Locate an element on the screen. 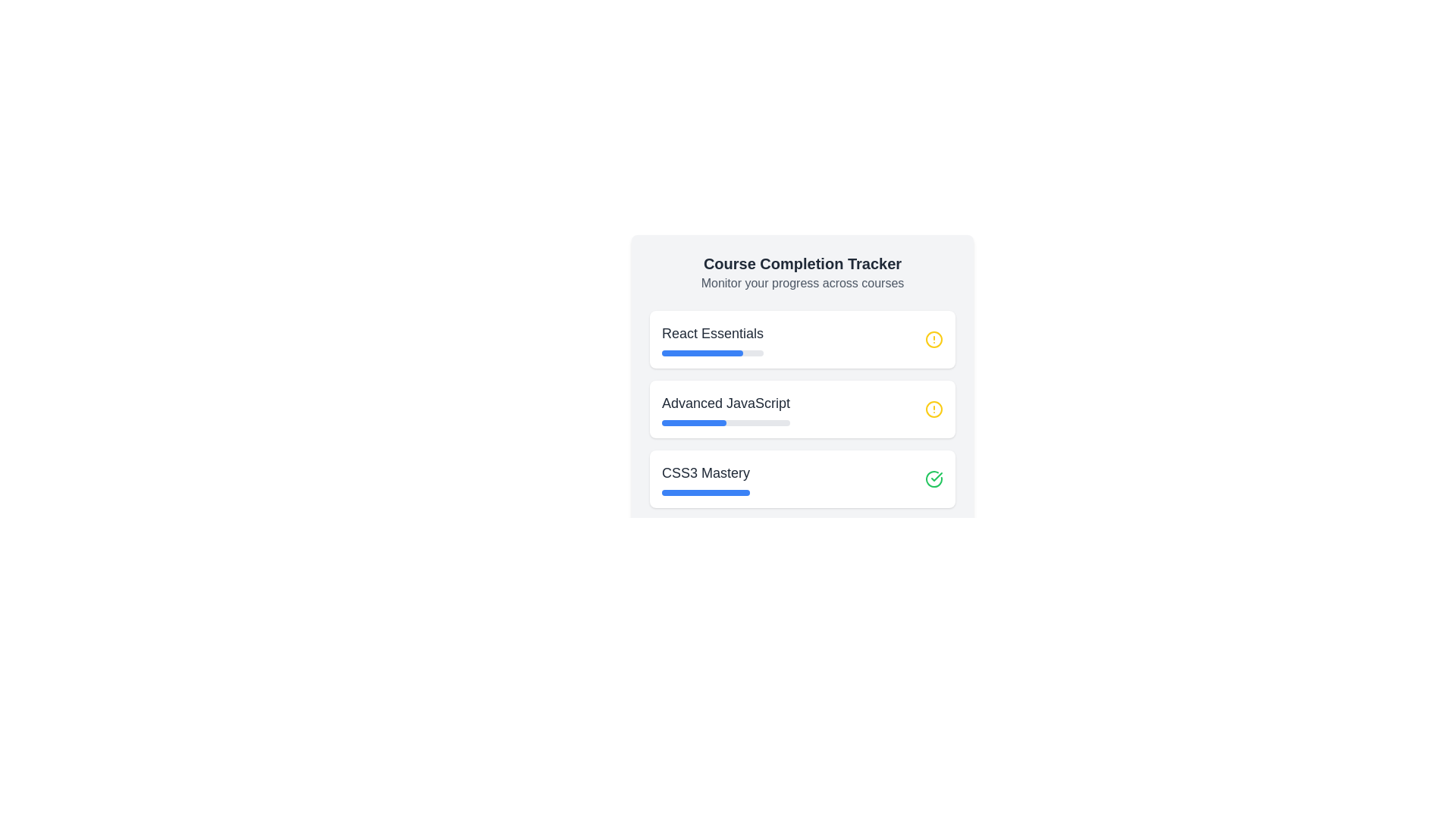  the progress indicator bar for the 'Advanced JavaScript' course, which visually displays the completion percentage and is the second progress bar in the 'Course Completion Tracker' is located at coordinates (693, 423).